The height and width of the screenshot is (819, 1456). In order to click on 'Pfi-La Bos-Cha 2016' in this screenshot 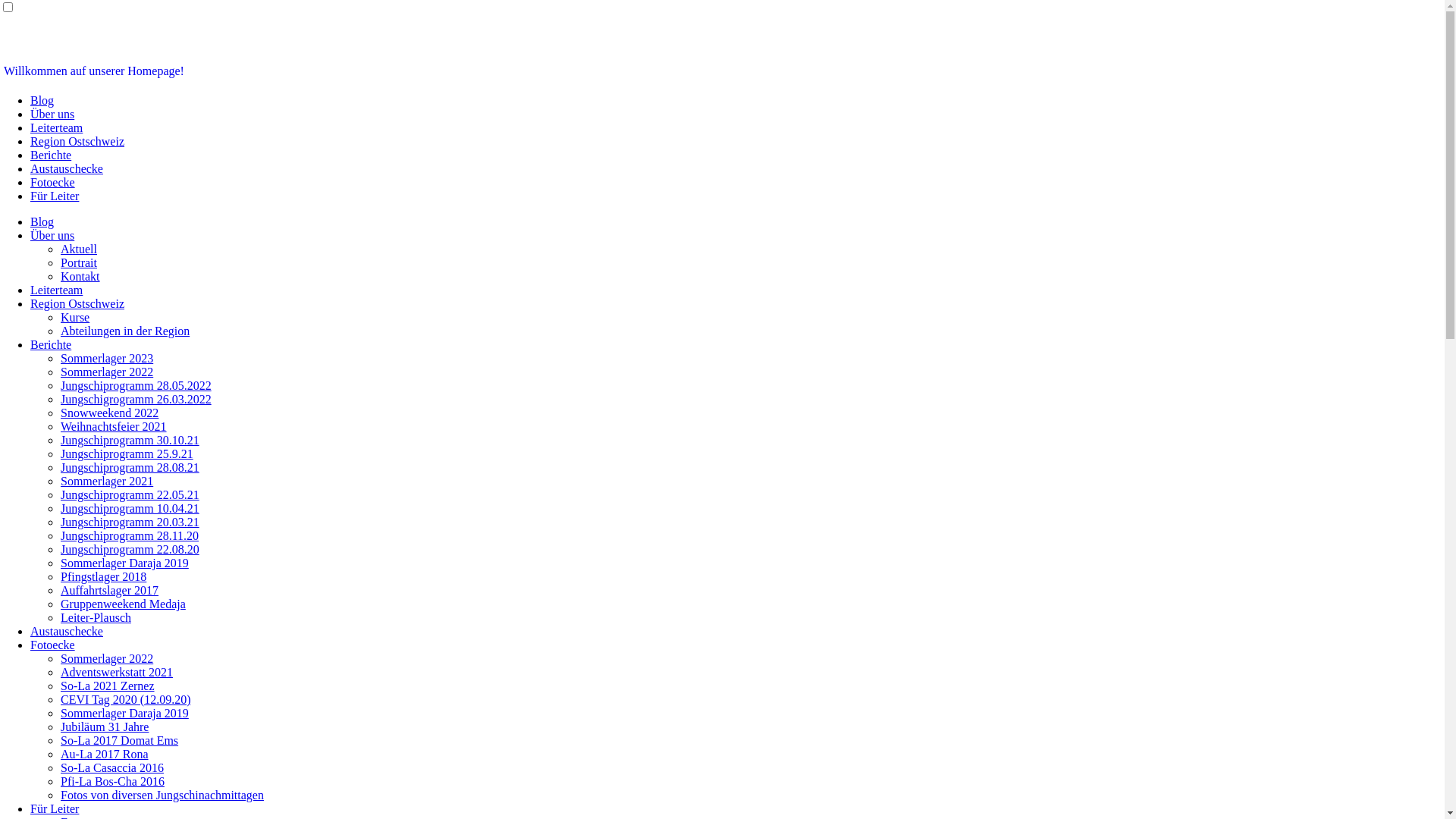, I will do `click(111, 781)`.